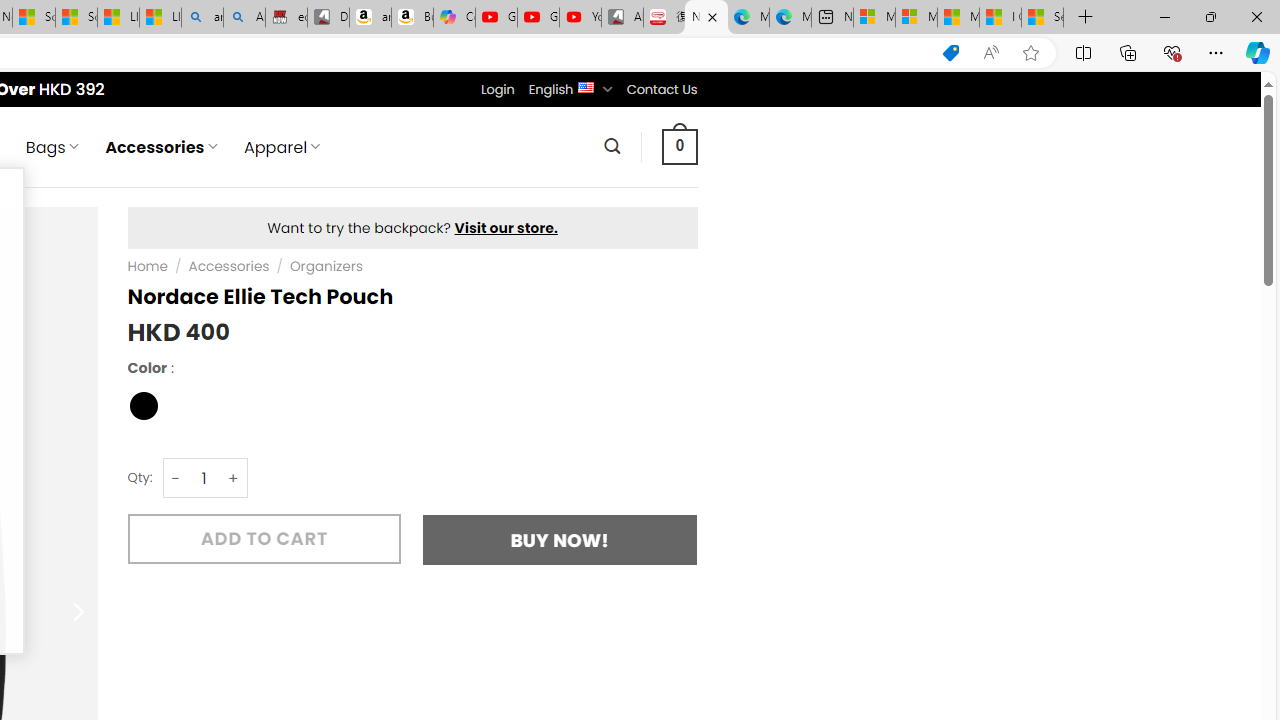 The height and width of the screenshot is (720, 1280). Describe the element at coordinates (679, 145) in the screenshot. I see `'  0  '` at that location.